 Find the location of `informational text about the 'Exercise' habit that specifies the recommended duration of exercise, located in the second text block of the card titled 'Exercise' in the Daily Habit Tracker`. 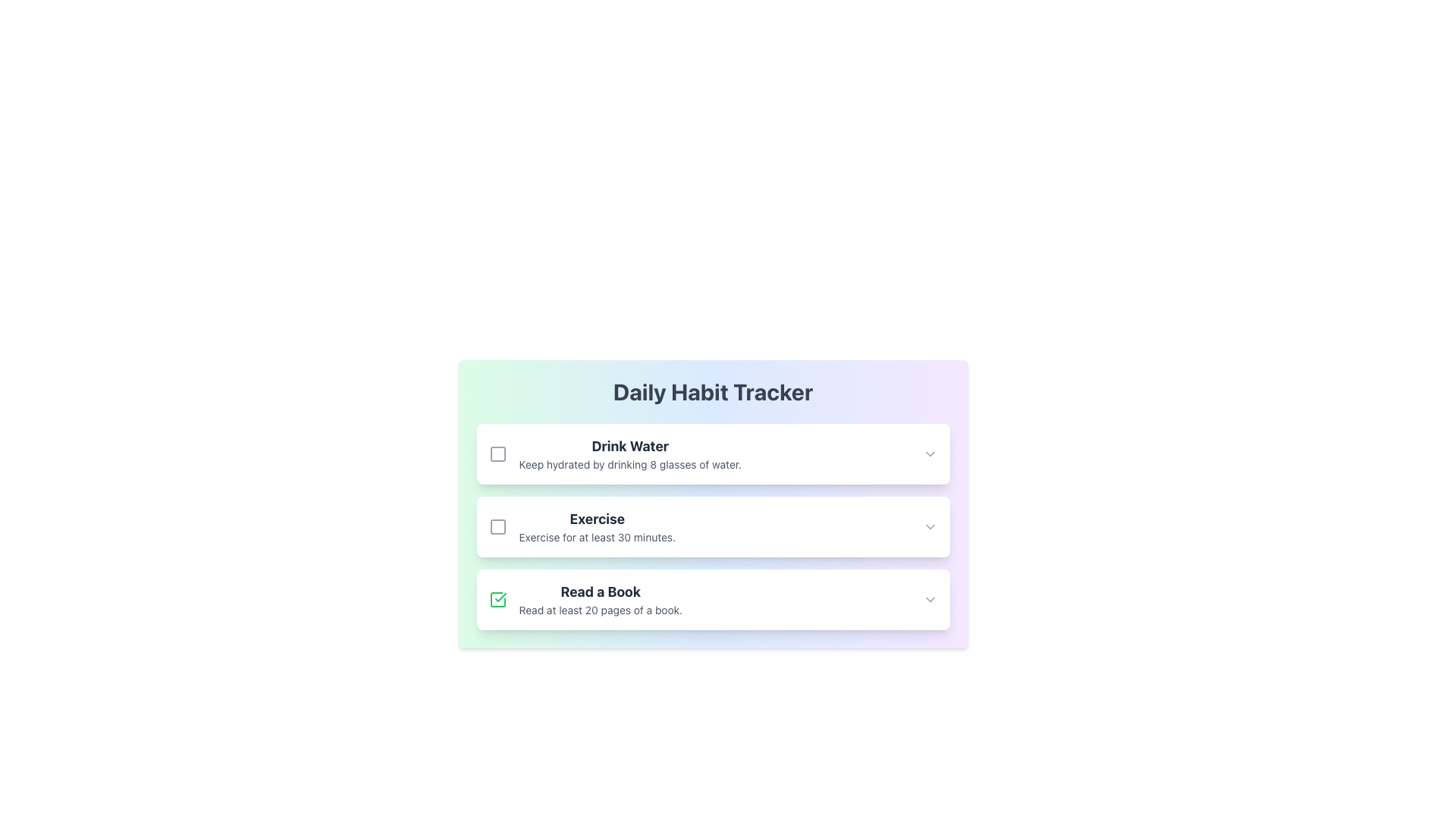

informational text about the 'Exercise' habit that specifies the recommended duration of exercise, located in the second text block of the card titled 'Exercise' in the Daily Habit Tracker is located at coordinates (596, 537).